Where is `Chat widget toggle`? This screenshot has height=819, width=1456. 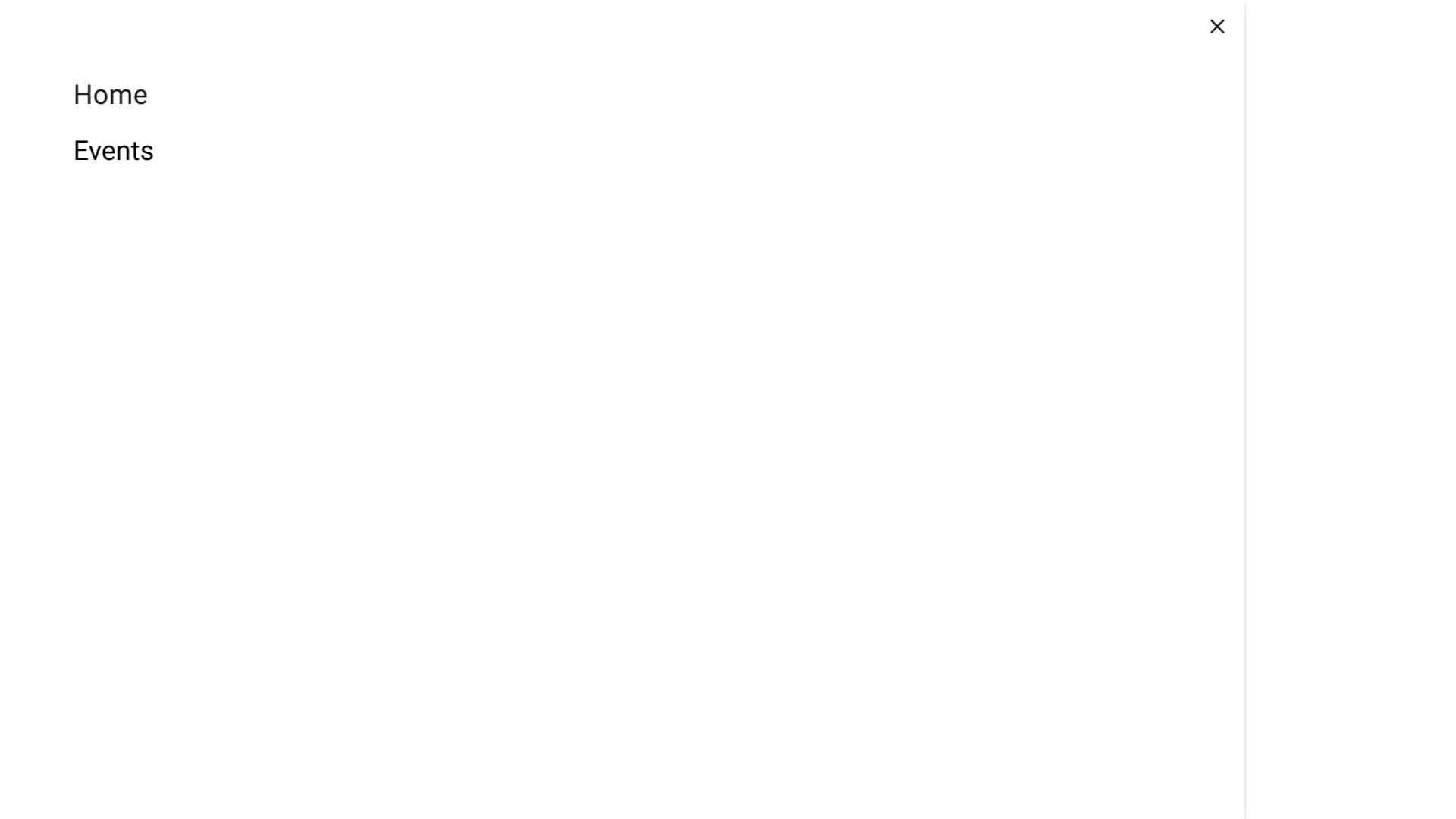 Chat widget toggle is located at coordinates (1416, 780).